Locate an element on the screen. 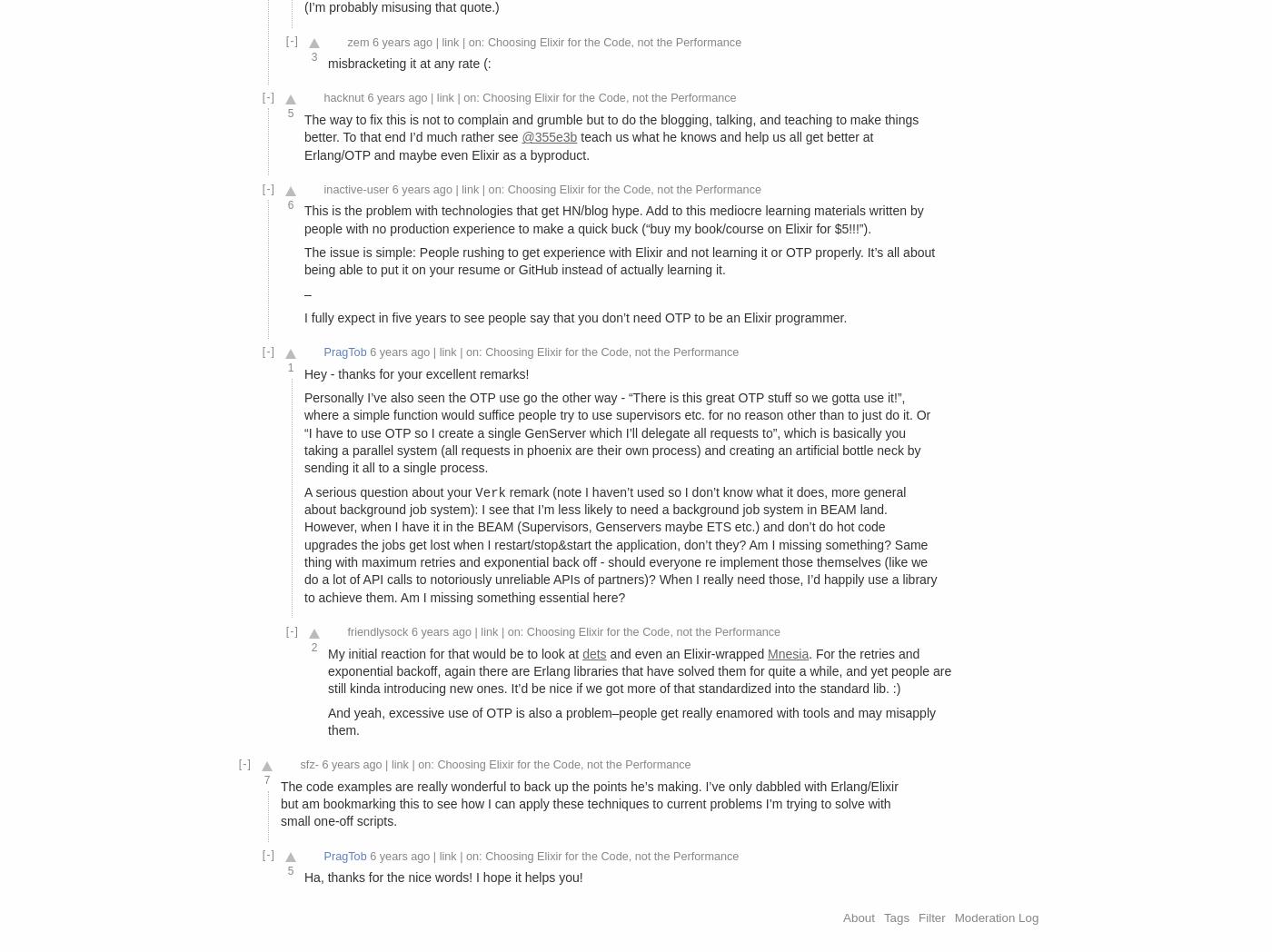  '. For the retries and exponential backoff, again there are Erlang libraries that have solved them for quite a while, and yet people are still kinda introducing new ones. It’d be nice if we got more of that standardized into the standard lib. :)' is located at coordinates (328, 669).